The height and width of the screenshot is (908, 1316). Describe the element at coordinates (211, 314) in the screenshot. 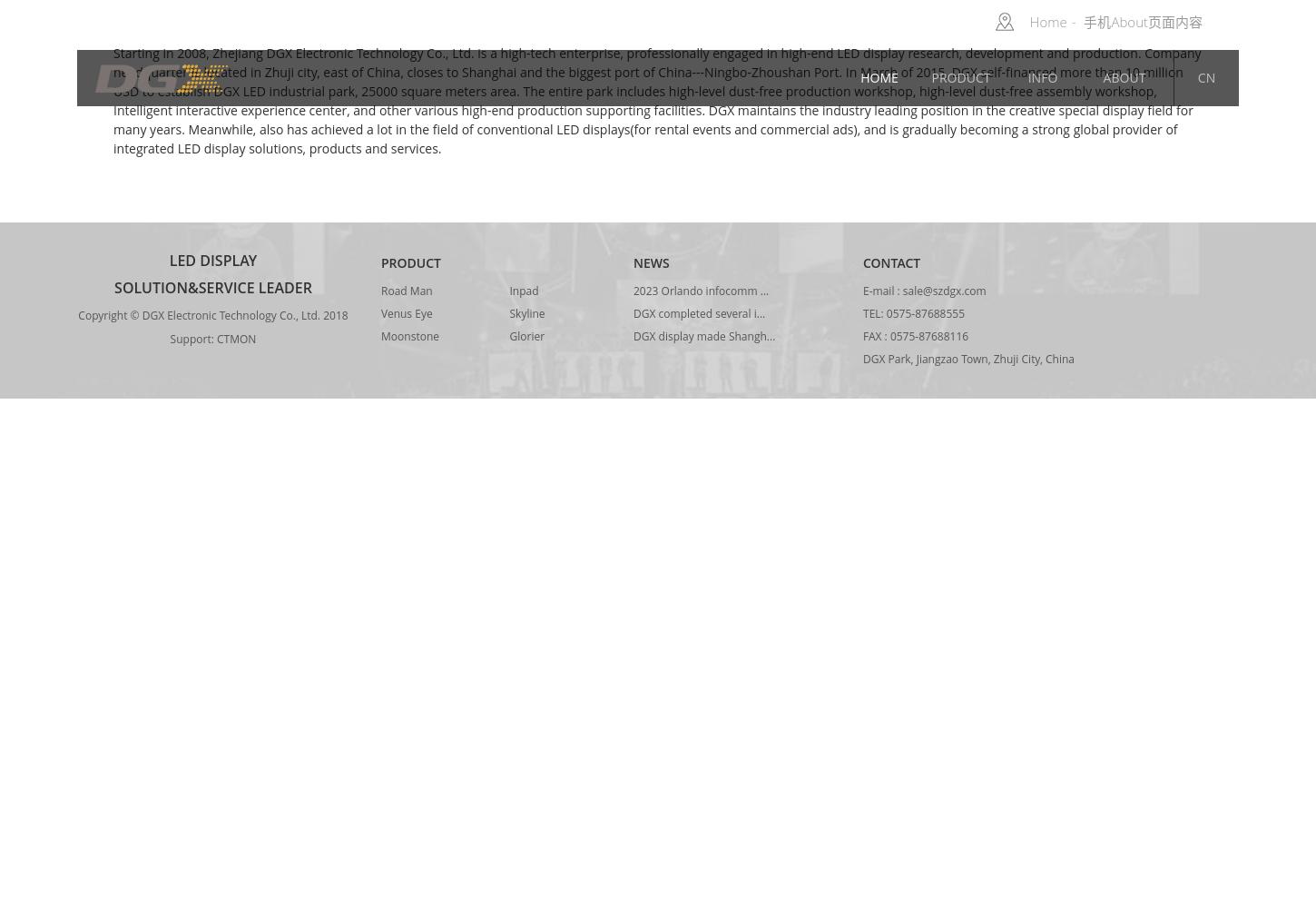

I see `'Copyright © DGX Electronic Technology Co., Ltd. 2018'` at that location.